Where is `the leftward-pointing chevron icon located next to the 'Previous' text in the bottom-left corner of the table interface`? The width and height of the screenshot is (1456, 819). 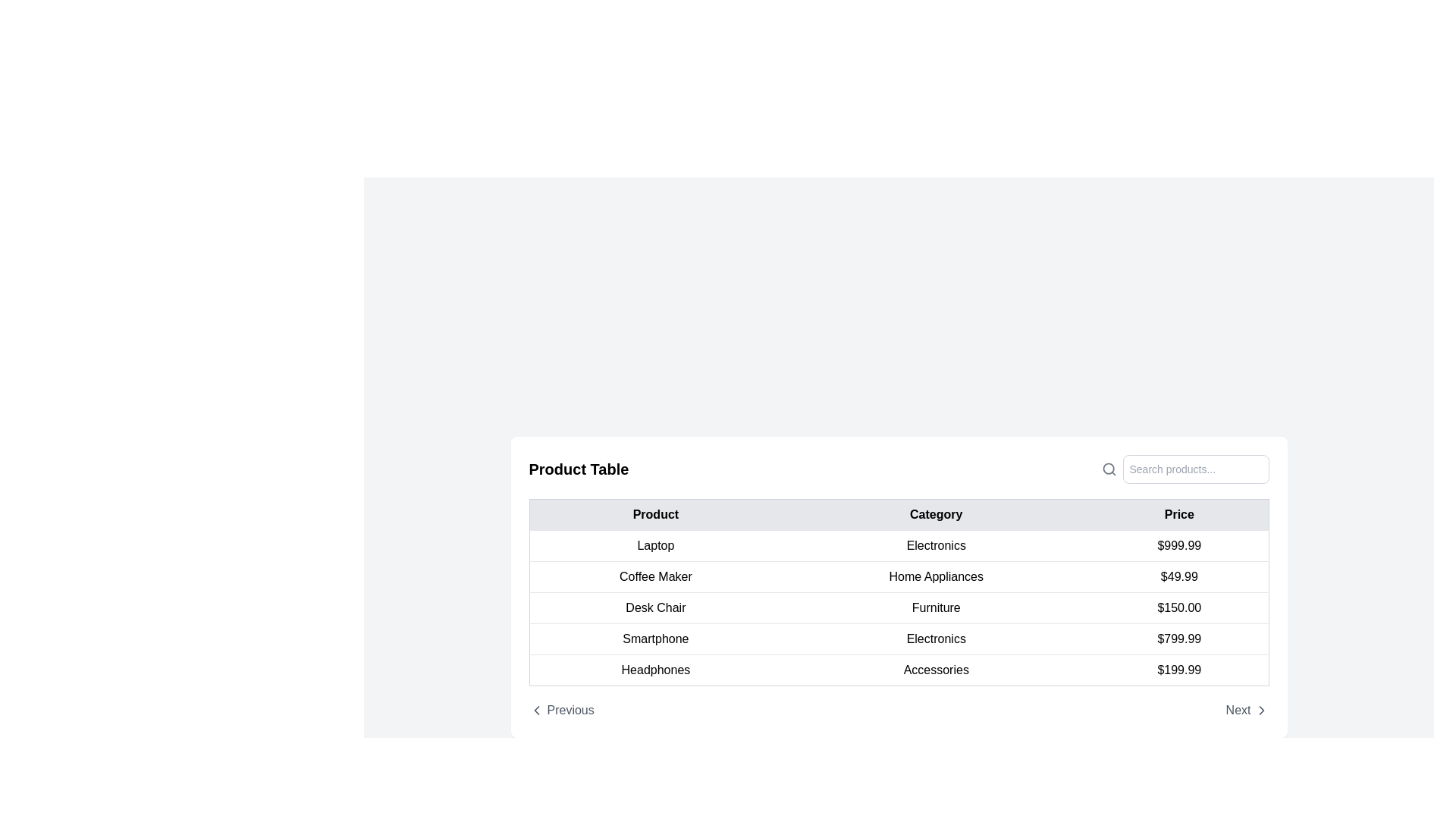 the leftward-pointing chevron icon located next to the 'Previous' text in the bottom-left corner of the table interface is located at coordinates (536, 710).